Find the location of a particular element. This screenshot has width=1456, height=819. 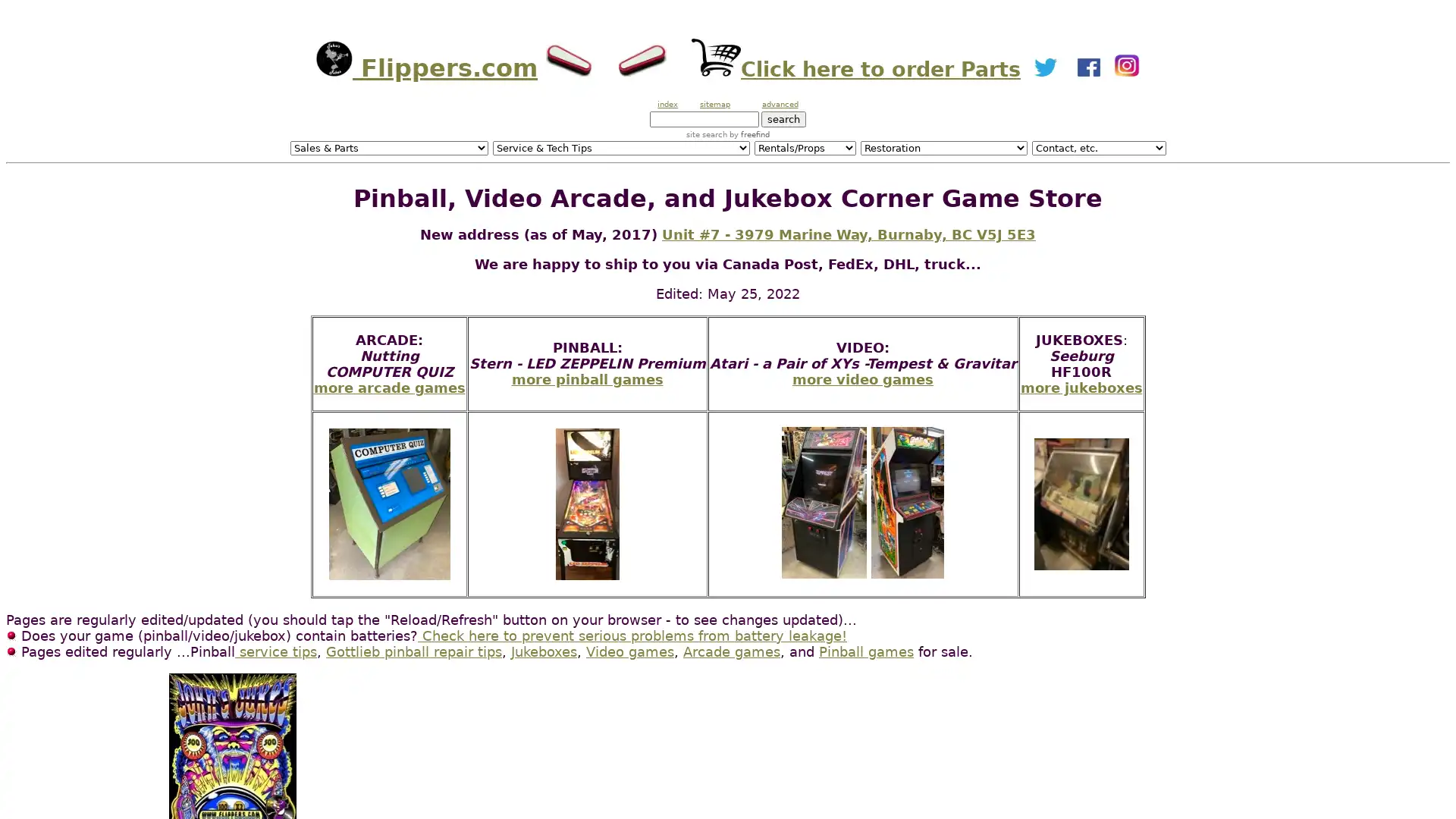

search is located at coordinates (783, 118).